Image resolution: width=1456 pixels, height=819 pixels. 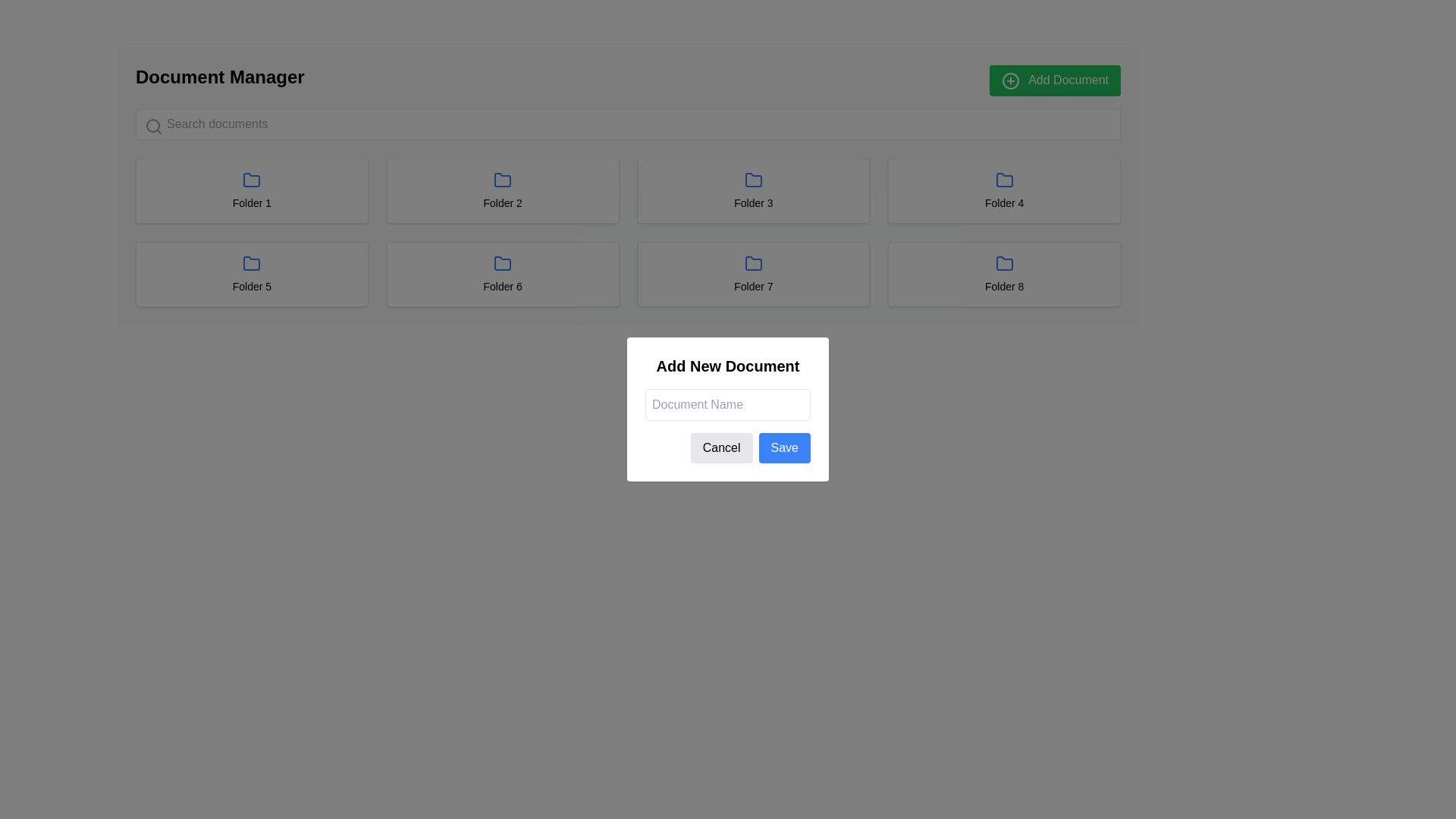 I want to click on the prominent text label reading 'Document Manager', which is styled with bold and large font and located in the upper-left corner of the page, so click(x=219, y=80).